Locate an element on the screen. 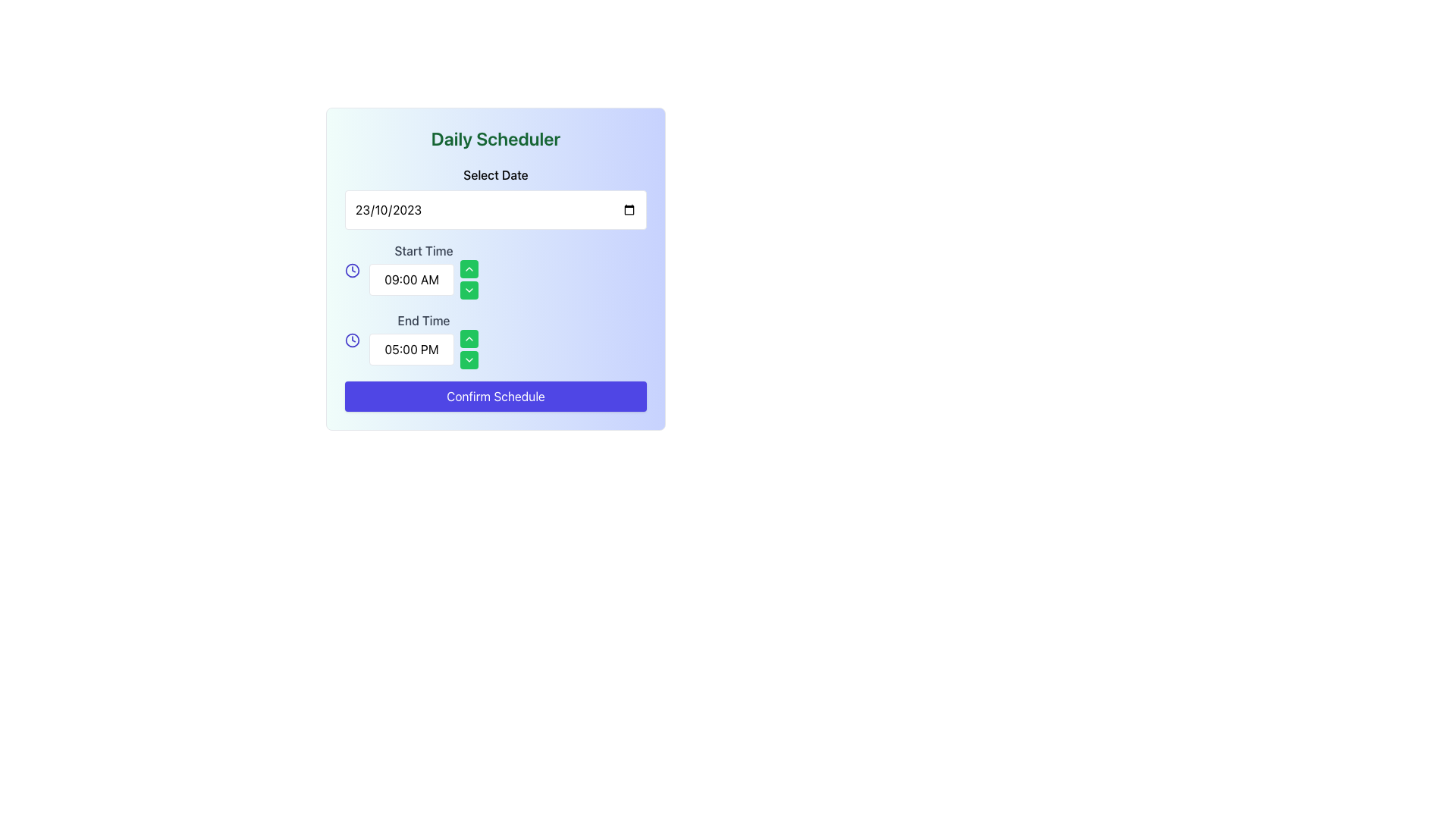 This screenshot has width=1456, height=819. the text input field for the start time located under the 'Start Time' label in the 'Daily Scheduler' interface to focus on it is located at coordinates (411, 280).